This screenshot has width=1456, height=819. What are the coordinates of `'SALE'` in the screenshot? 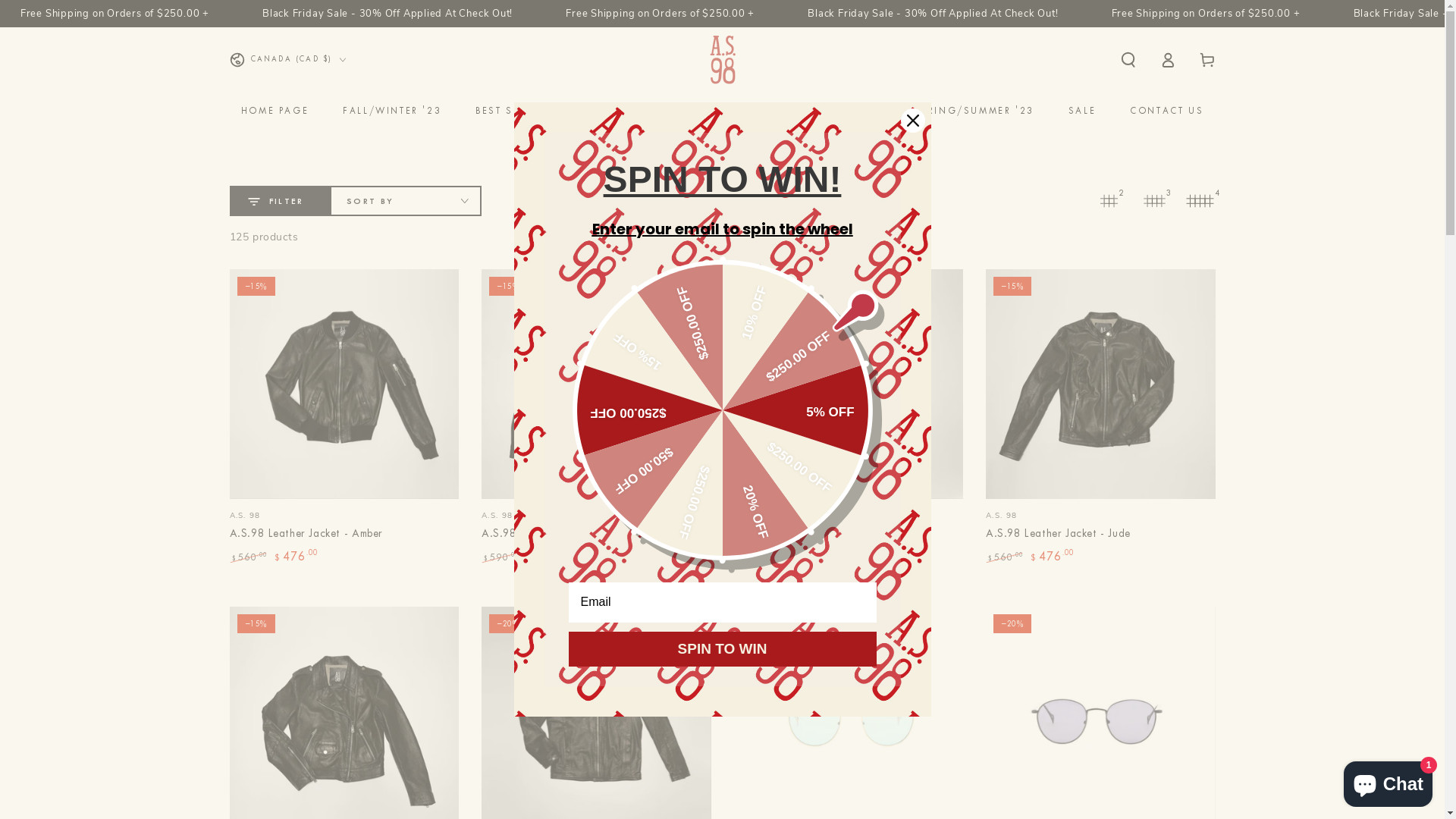 It's located at (1081, 109).